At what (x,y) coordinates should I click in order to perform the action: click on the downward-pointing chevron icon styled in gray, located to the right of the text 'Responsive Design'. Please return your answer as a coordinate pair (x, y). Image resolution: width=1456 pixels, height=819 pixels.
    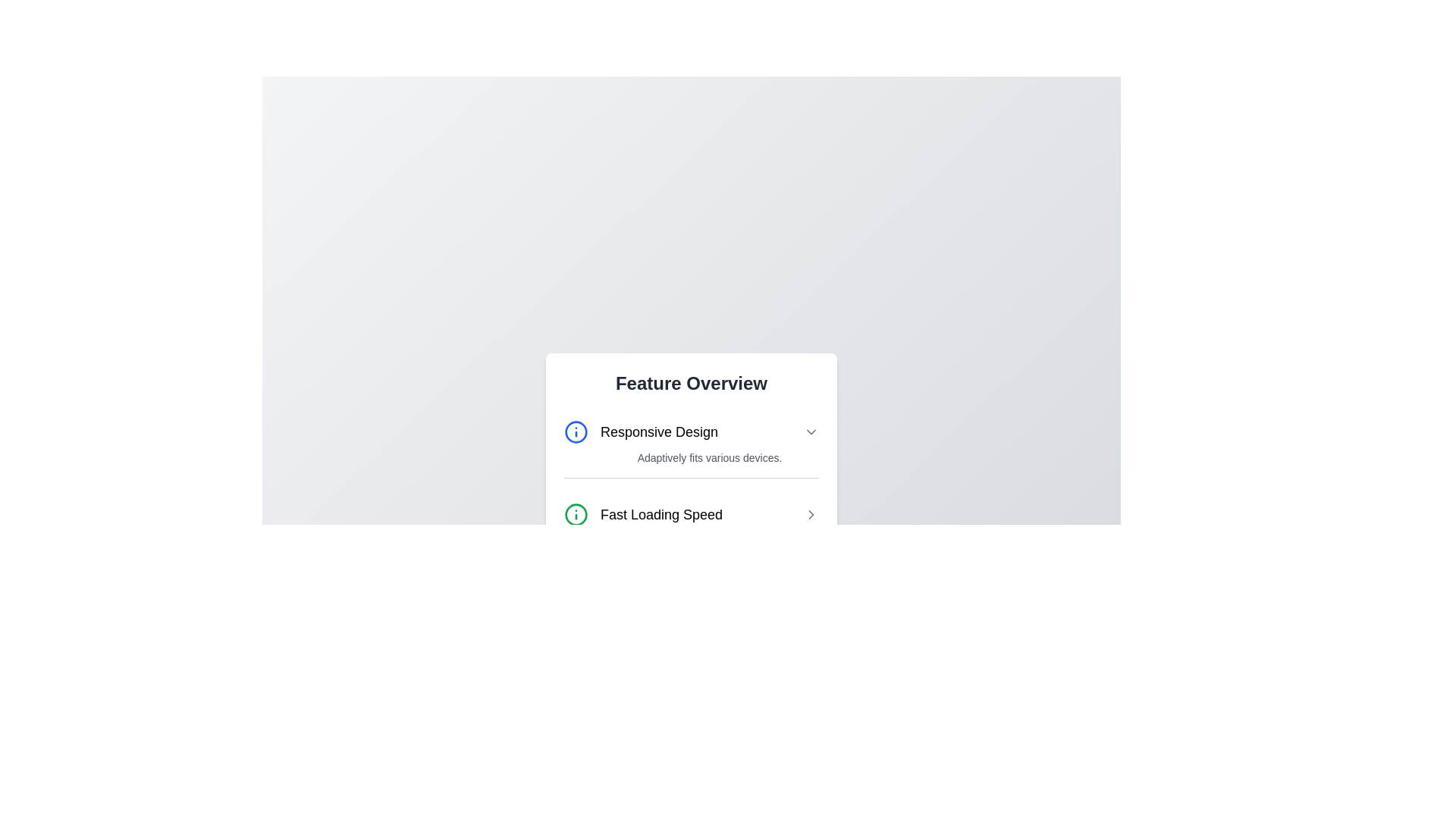
    Looking at the image, I should click on (811, 431).